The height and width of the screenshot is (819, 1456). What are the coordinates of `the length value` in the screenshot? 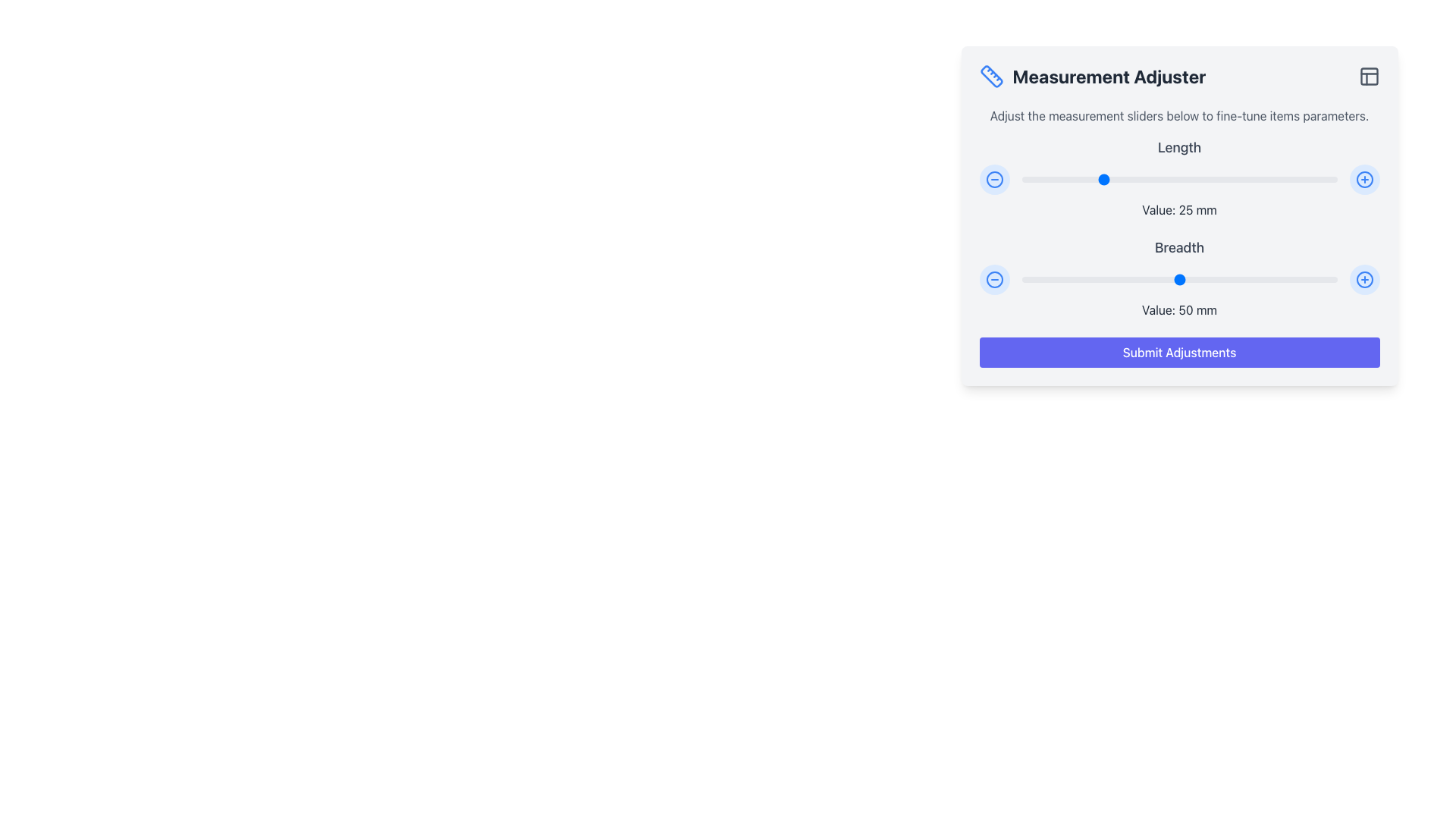 It's located at (1248, 178).